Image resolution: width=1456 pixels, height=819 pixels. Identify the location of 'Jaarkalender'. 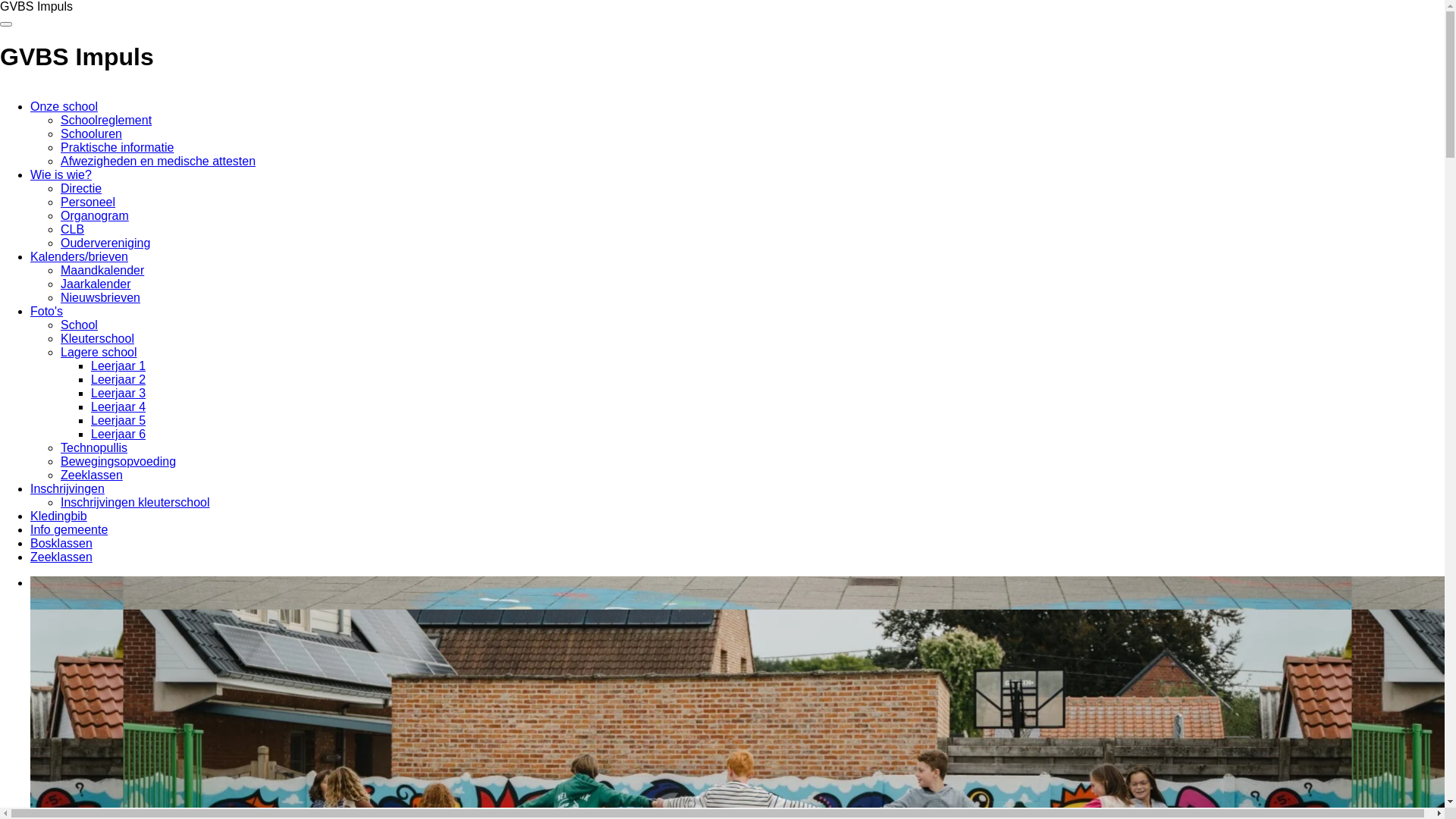
(95, 284).